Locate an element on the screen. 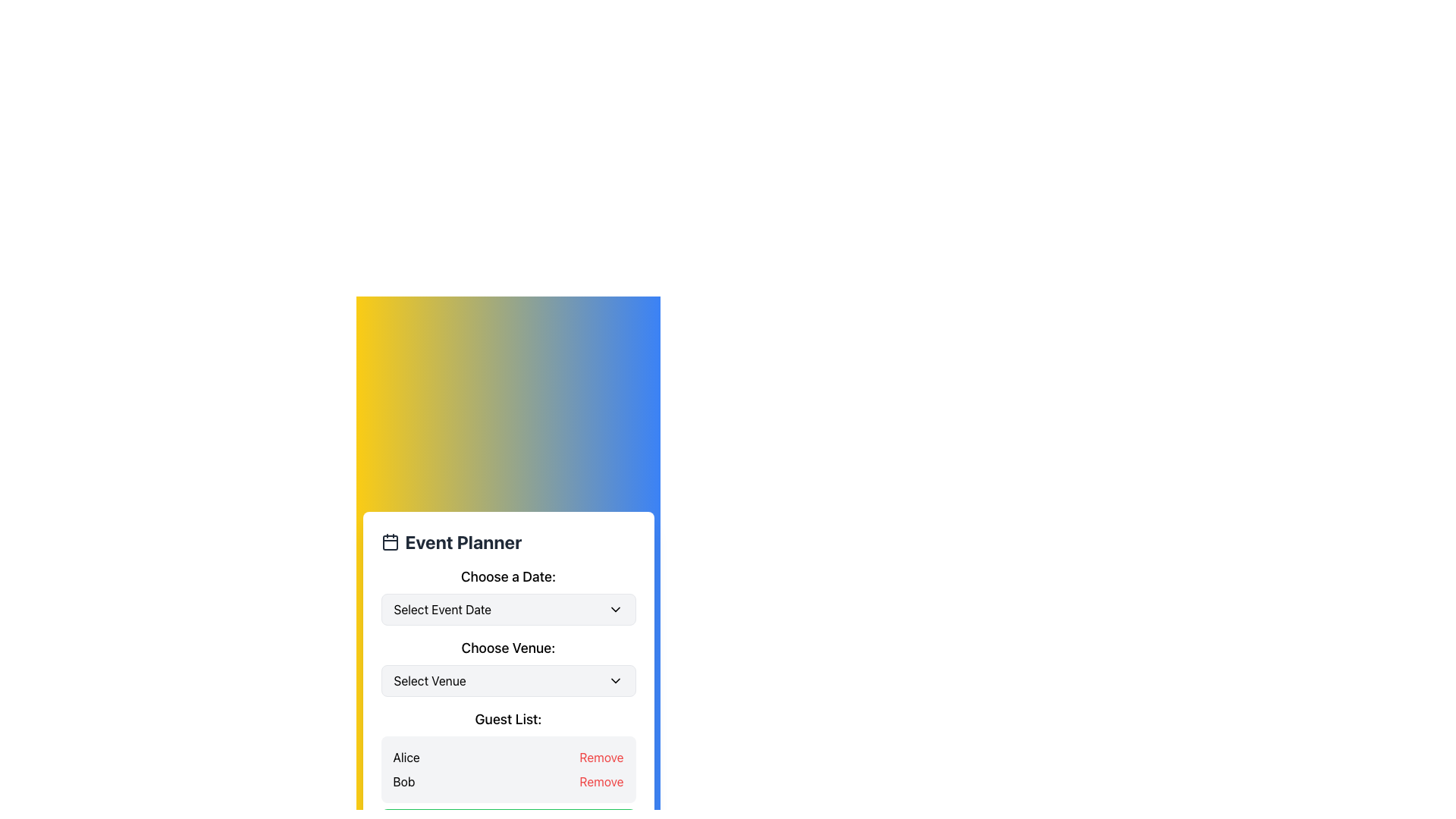 The width and height of the screenshot is (1456, 819). text content of the label indicating the purpose of the dropdown menu below it, located in the 'Event Planner' card under 'Choose a Date:' section is located at coordinates (508, 648).